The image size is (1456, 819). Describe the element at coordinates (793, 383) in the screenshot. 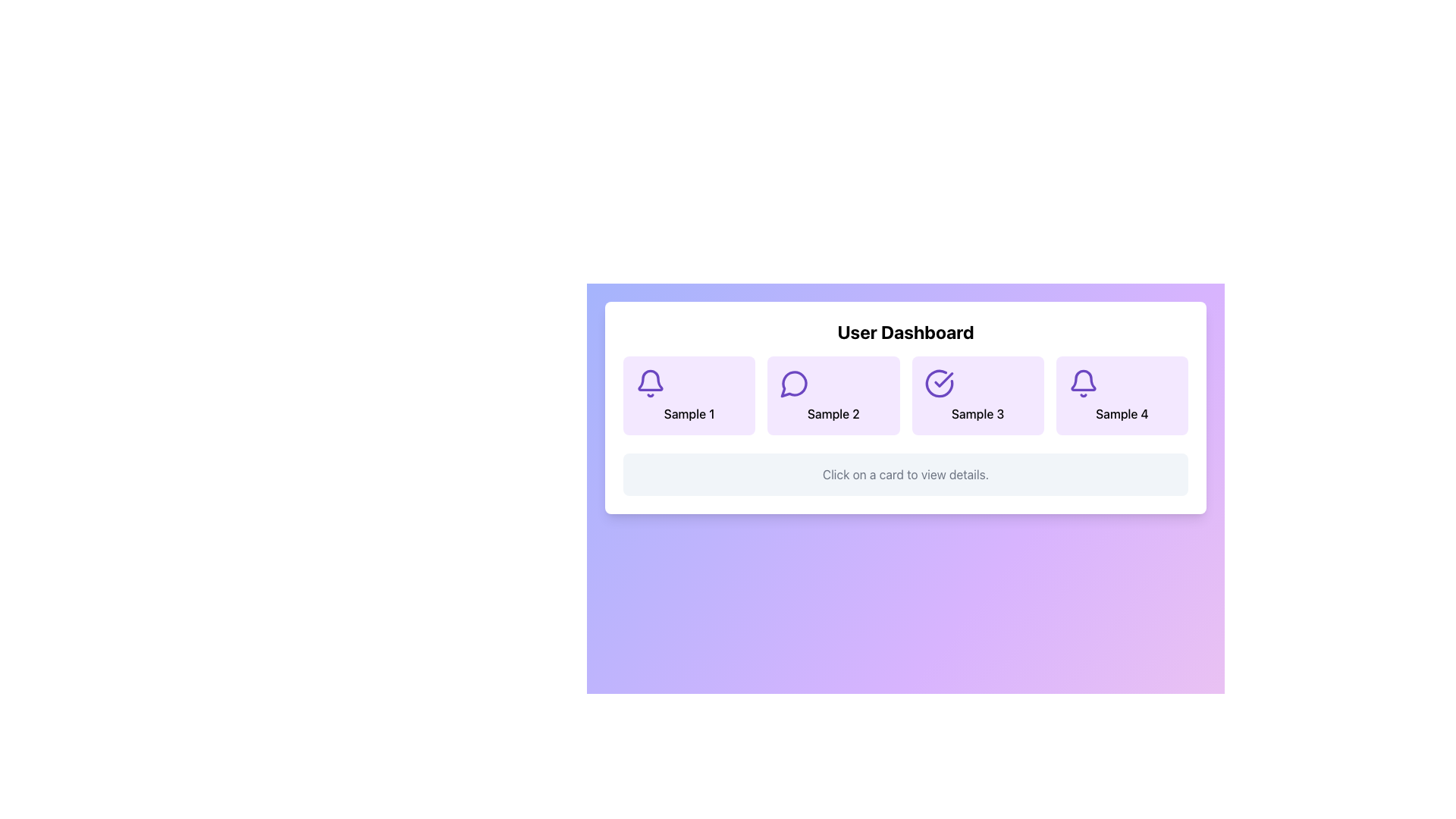

I see `the messaging icon located in the second card of the horizontal card layout under 'User Dashboard'` at that location.